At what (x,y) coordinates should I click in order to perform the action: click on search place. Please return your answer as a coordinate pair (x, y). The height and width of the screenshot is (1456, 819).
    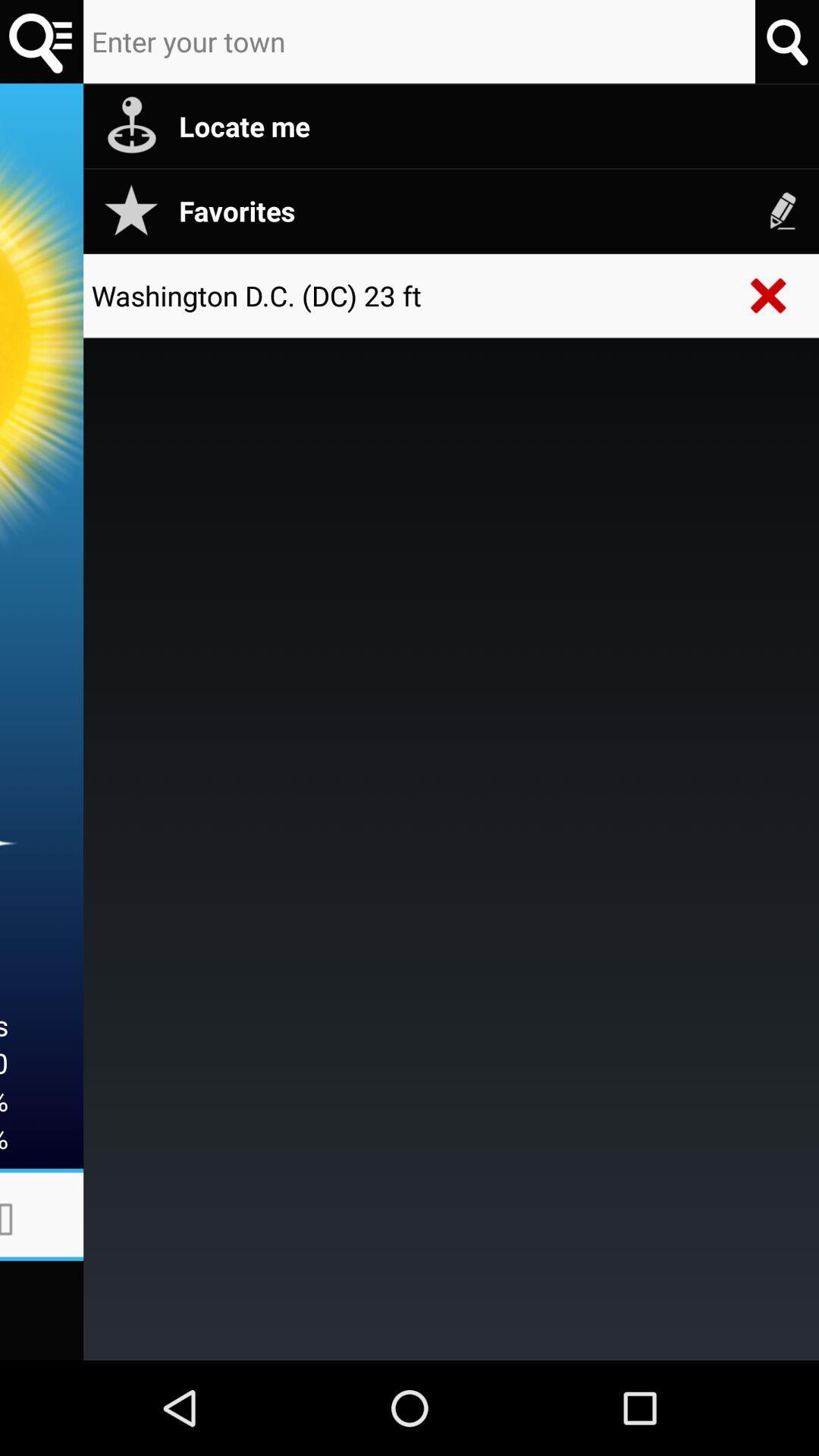
    Looking at the image, I should click on (786, 41).